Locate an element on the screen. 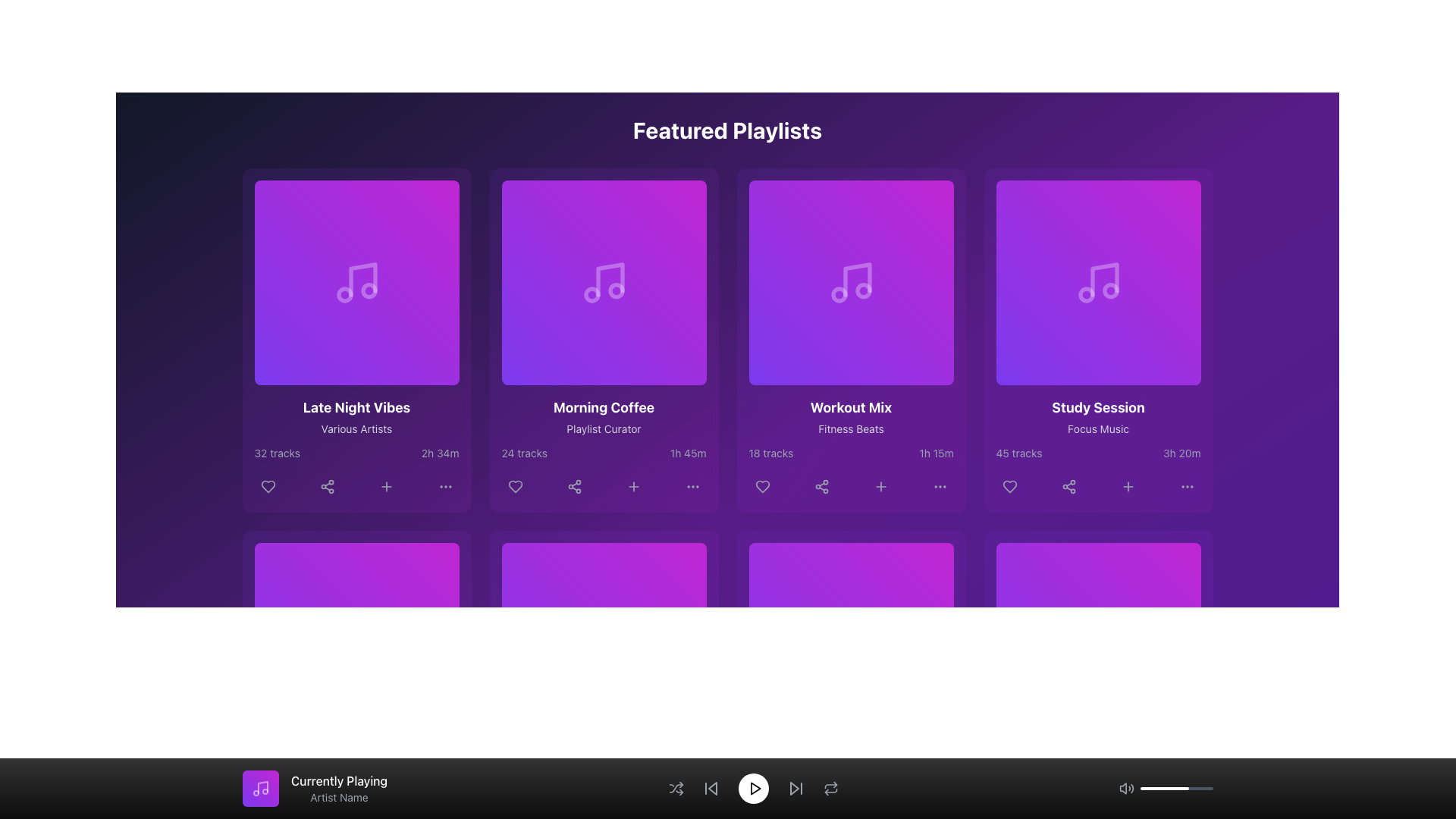 This screenshot has height=819, width=1456. the volume level is located at coordinates (1142, 788).